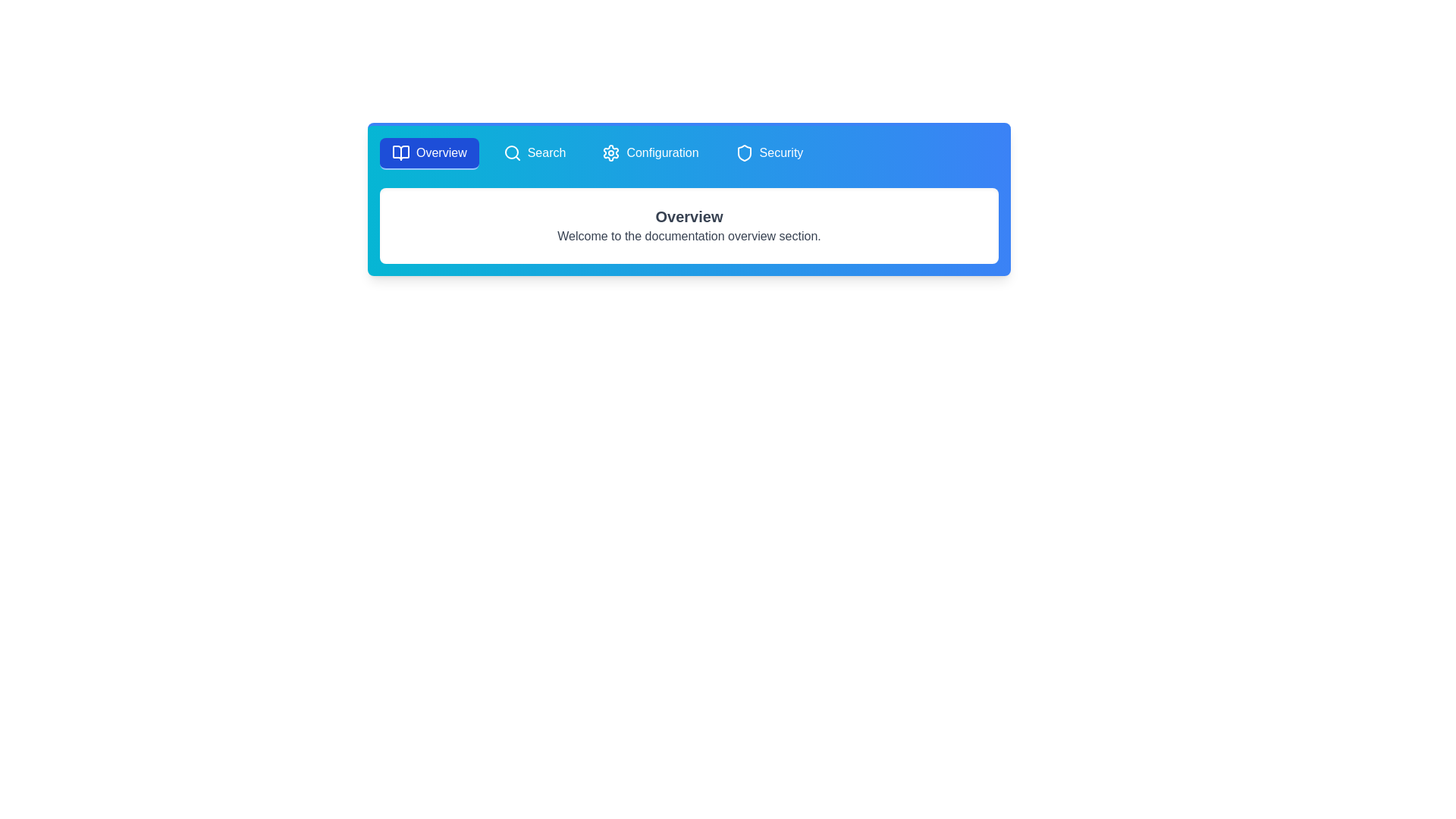 Image resolution: width=1456 pixels, height=819 pixels. Describe the element at coordinates (744, 152) in the screenshot. I see `the 'Security' navigation icon located in the top-right corner of the navigation bar, positioned to the left of the text 'Security'` at that location.